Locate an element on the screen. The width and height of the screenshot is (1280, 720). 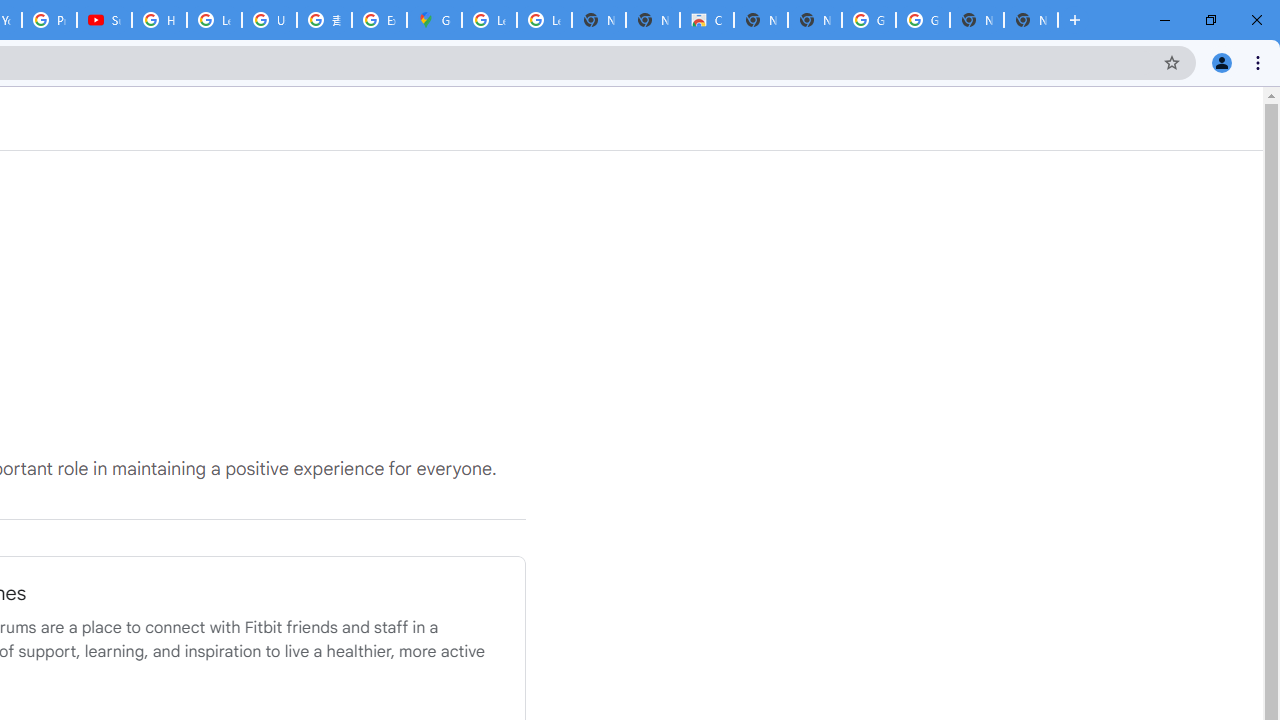
'Chrome Web Store' is located at coordinates (706, 20).